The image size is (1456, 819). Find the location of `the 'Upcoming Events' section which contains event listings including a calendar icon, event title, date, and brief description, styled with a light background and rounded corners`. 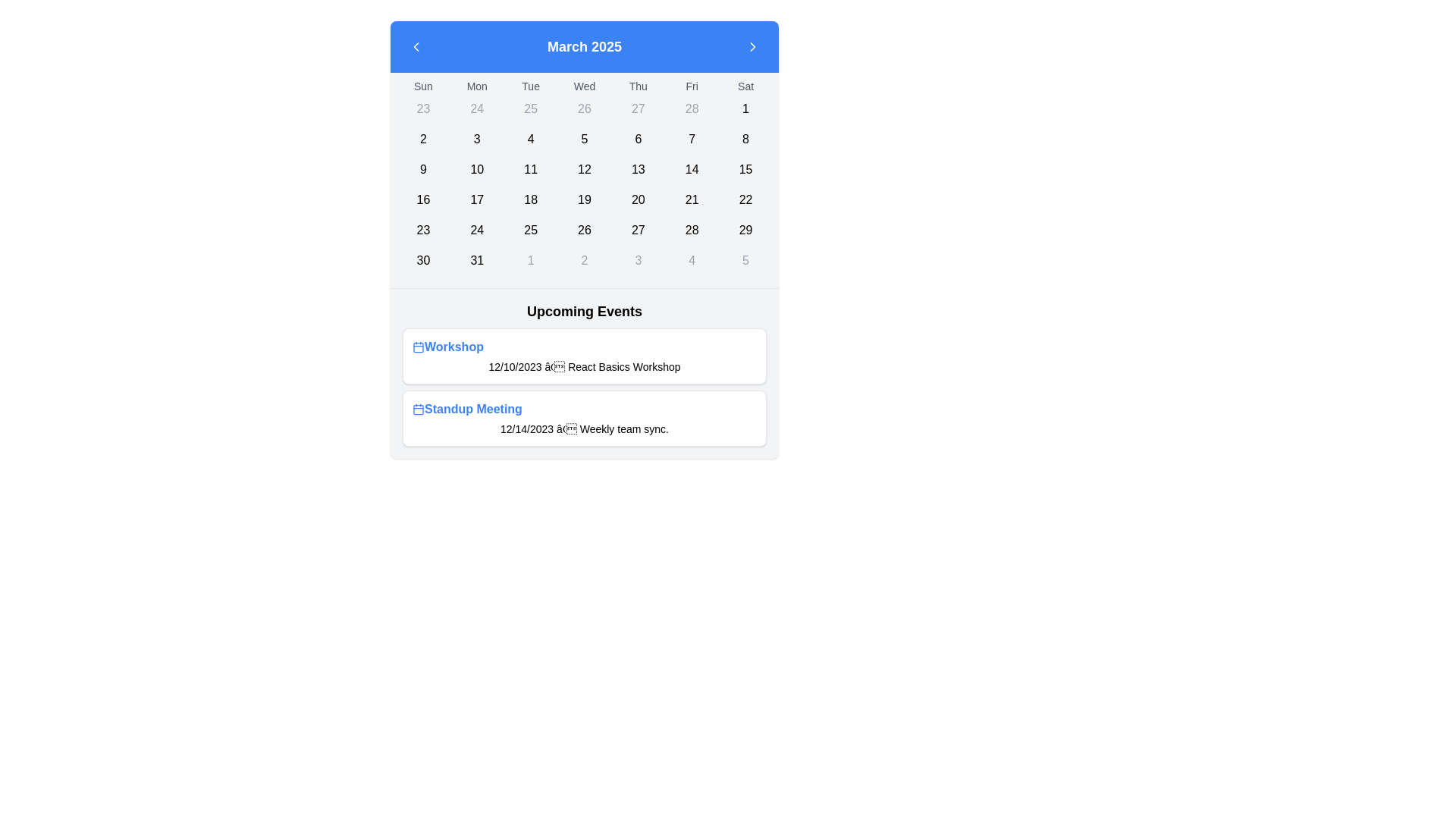

the 'Upcoming Events' section which contains event listings including a calendar icon, event title, date, and brief description, styled with a light background and rounded corners is located at coordinates (584, 373).